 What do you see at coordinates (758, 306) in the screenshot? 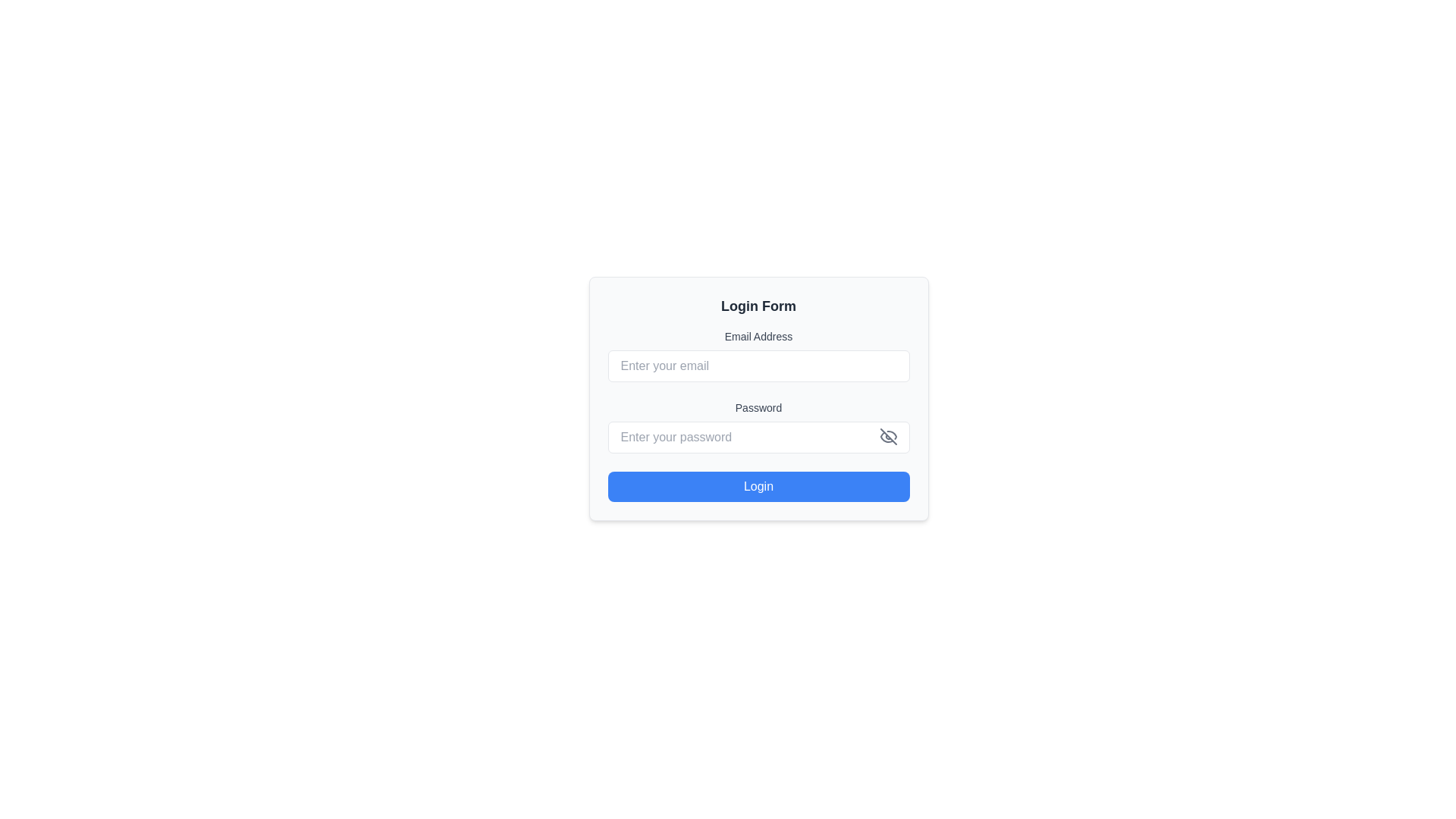
I see `the title text of the login form, which is centrally located near the top of the form interface` at bounding box center [758, 306].